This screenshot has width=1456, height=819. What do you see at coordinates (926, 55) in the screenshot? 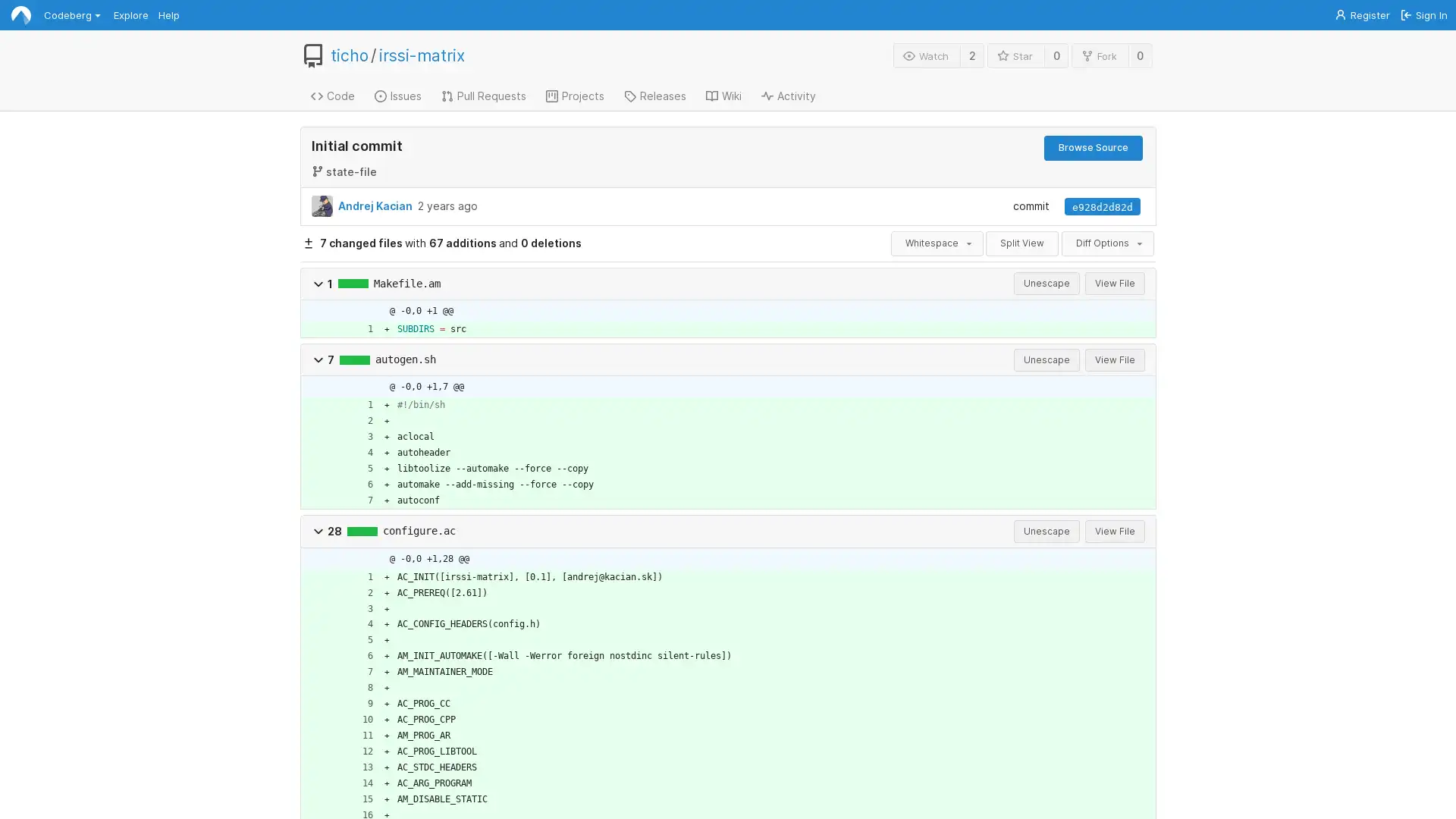
I see `Watch` at bounding box center [926, 55].